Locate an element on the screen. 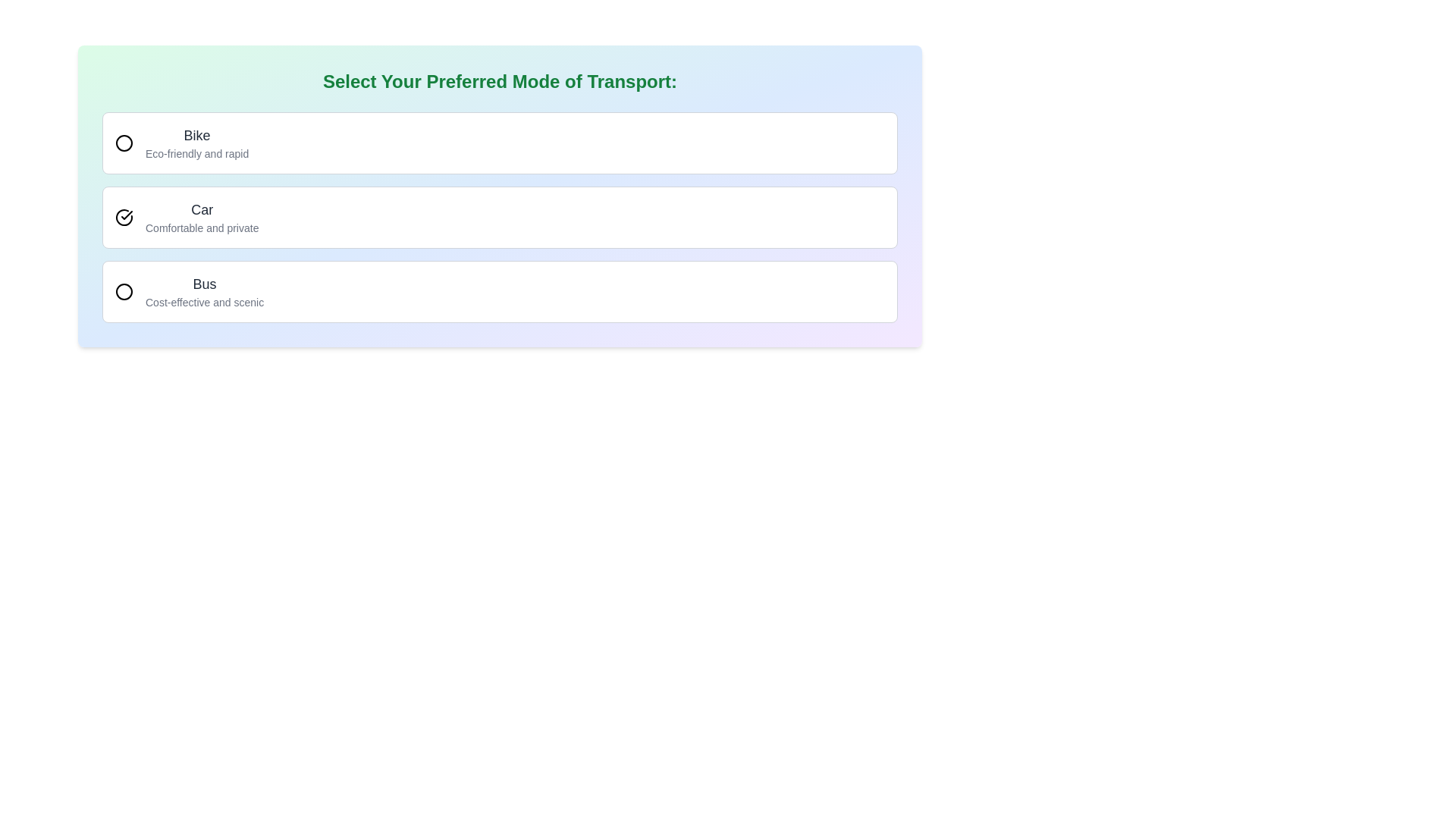  the text label for the third transport option, 'Bus', which serves as a title for this selection in the vertical list of transport modes is located at coordinates (204, 284).